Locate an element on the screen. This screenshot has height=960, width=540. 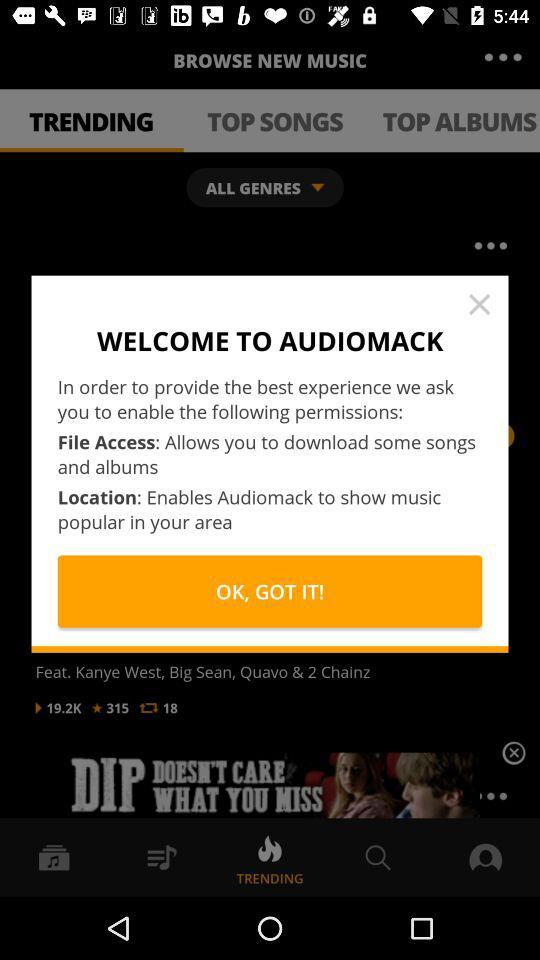
the avatar icon is located at coordinates (499, 846).